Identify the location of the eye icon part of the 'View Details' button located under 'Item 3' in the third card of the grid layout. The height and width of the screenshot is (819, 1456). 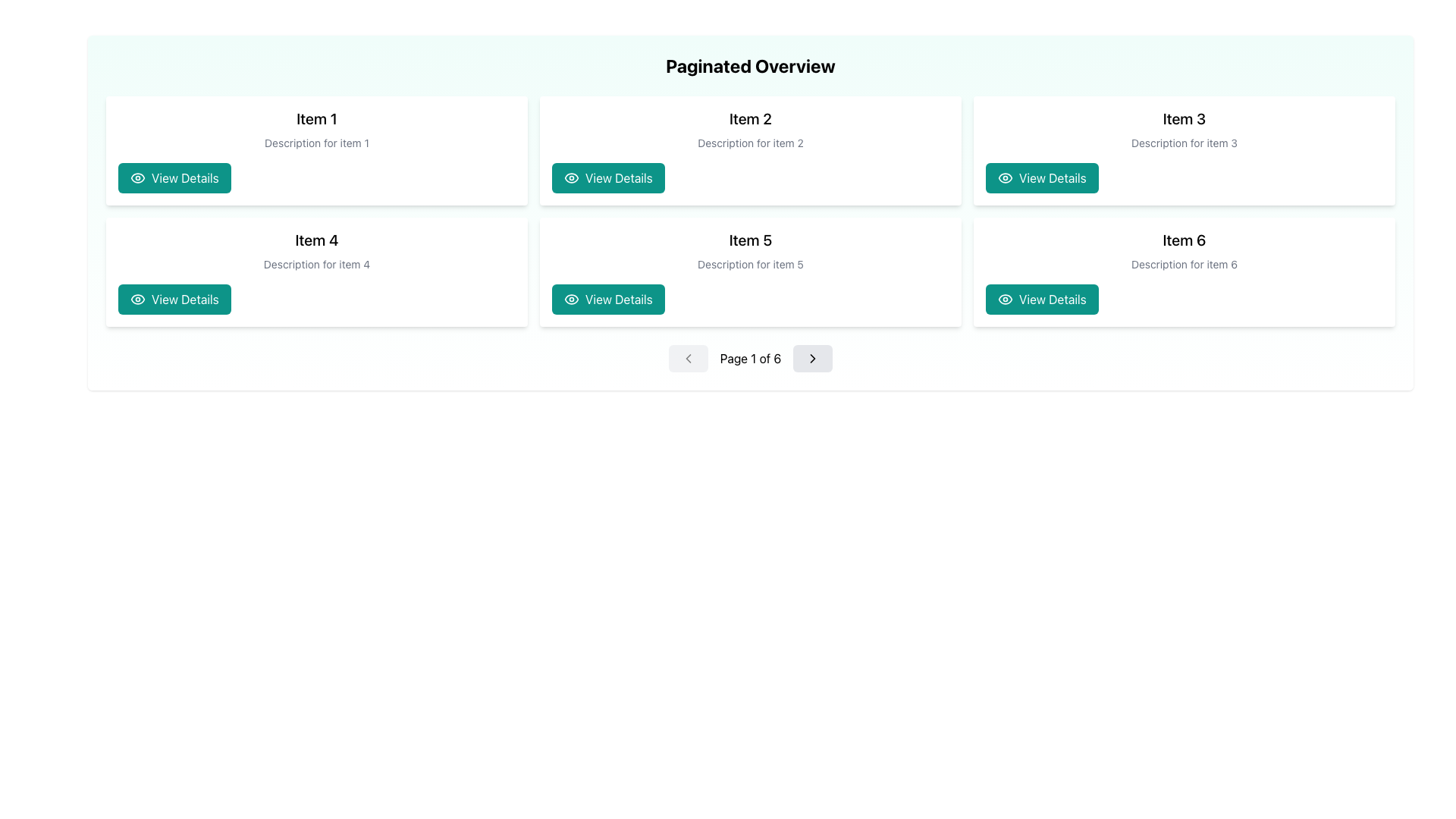
(1005, 177).